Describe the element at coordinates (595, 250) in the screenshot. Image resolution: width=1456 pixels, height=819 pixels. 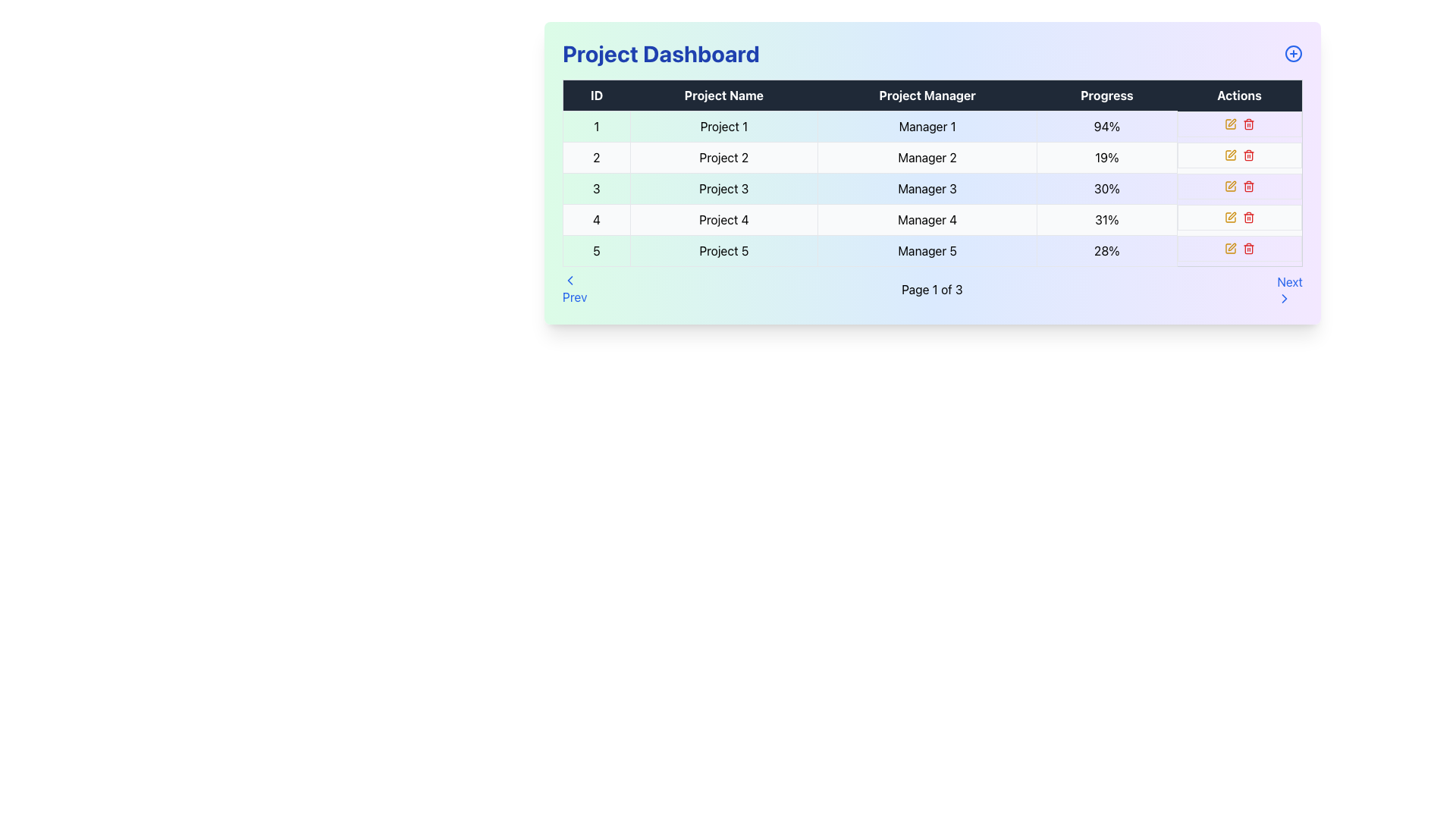
I see `the static text element displaying the number '5', located in the first column of the fifth row in the 'Project Dashboard' interface` at that location.